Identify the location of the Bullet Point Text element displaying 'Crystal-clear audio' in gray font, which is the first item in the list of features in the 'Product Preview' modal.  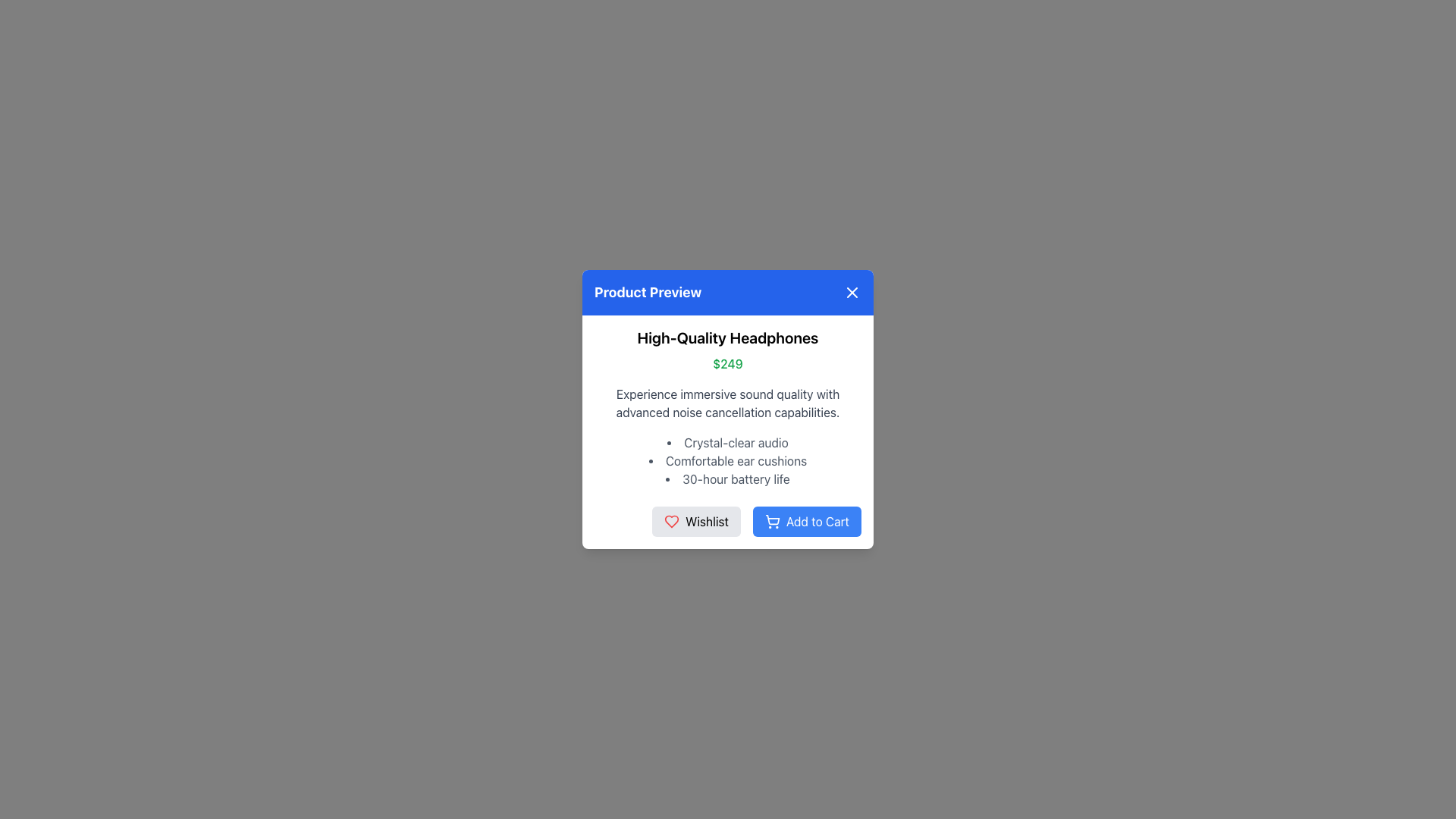
(728, 442).